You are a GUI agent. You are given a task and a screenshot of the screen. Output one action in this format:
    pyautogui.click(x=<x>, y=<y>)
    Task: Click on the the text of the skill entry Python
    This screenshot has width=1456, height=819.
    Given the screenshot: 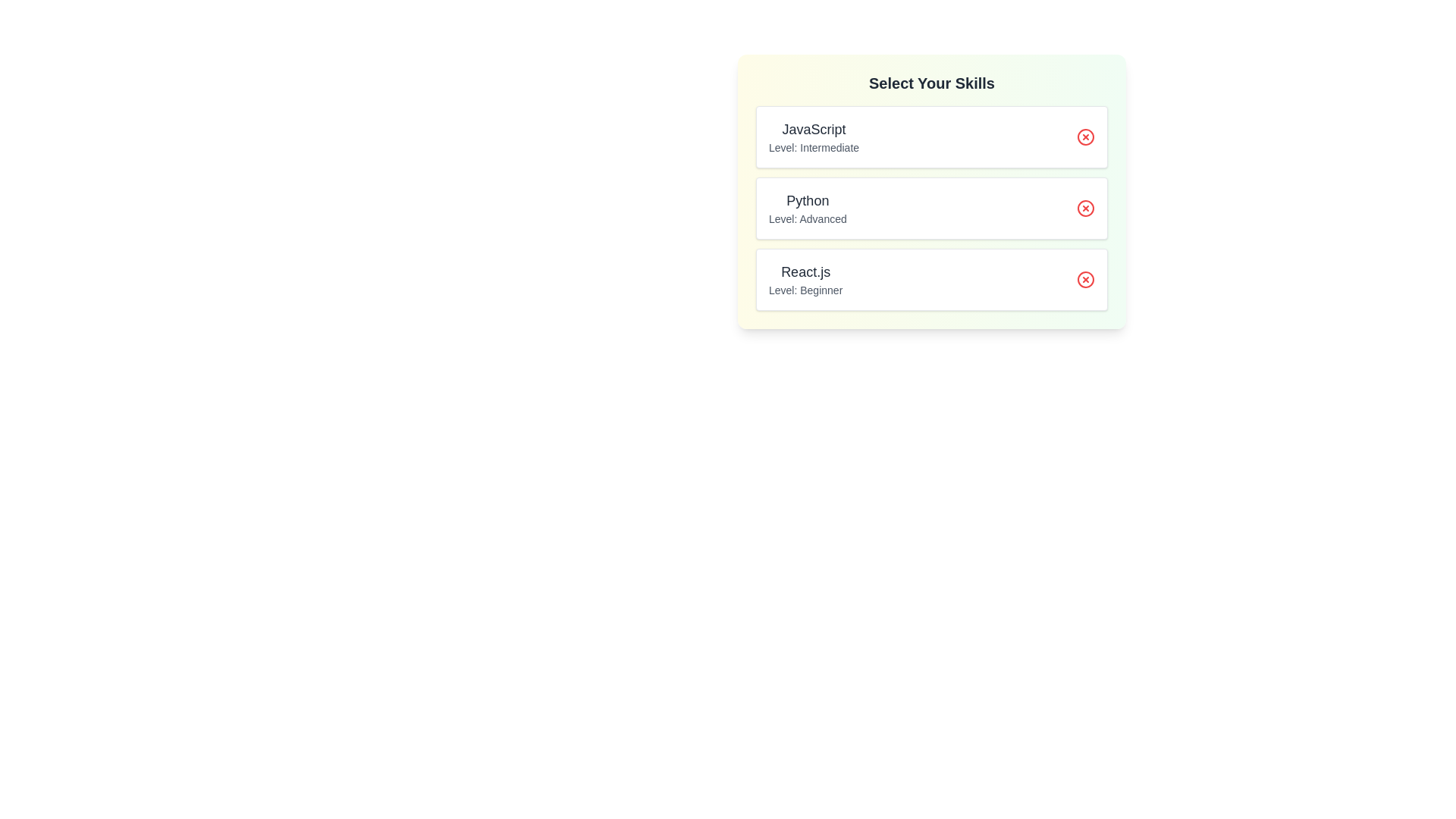 What is the action you would take?
    pyautogui.click(x=768, y=189)
    